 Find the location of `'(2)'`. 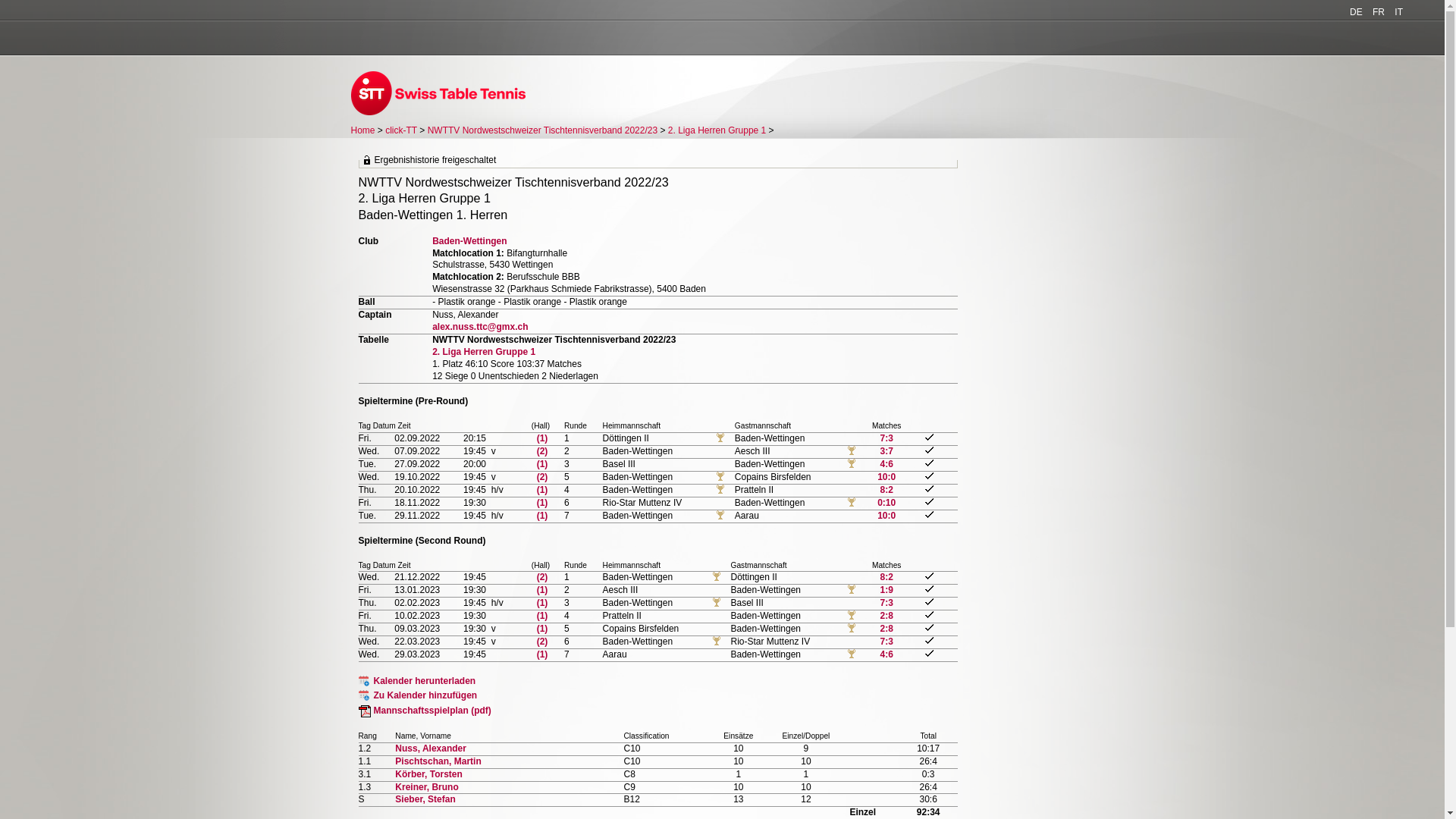

'(2)' is located at coordinates (537, 641).